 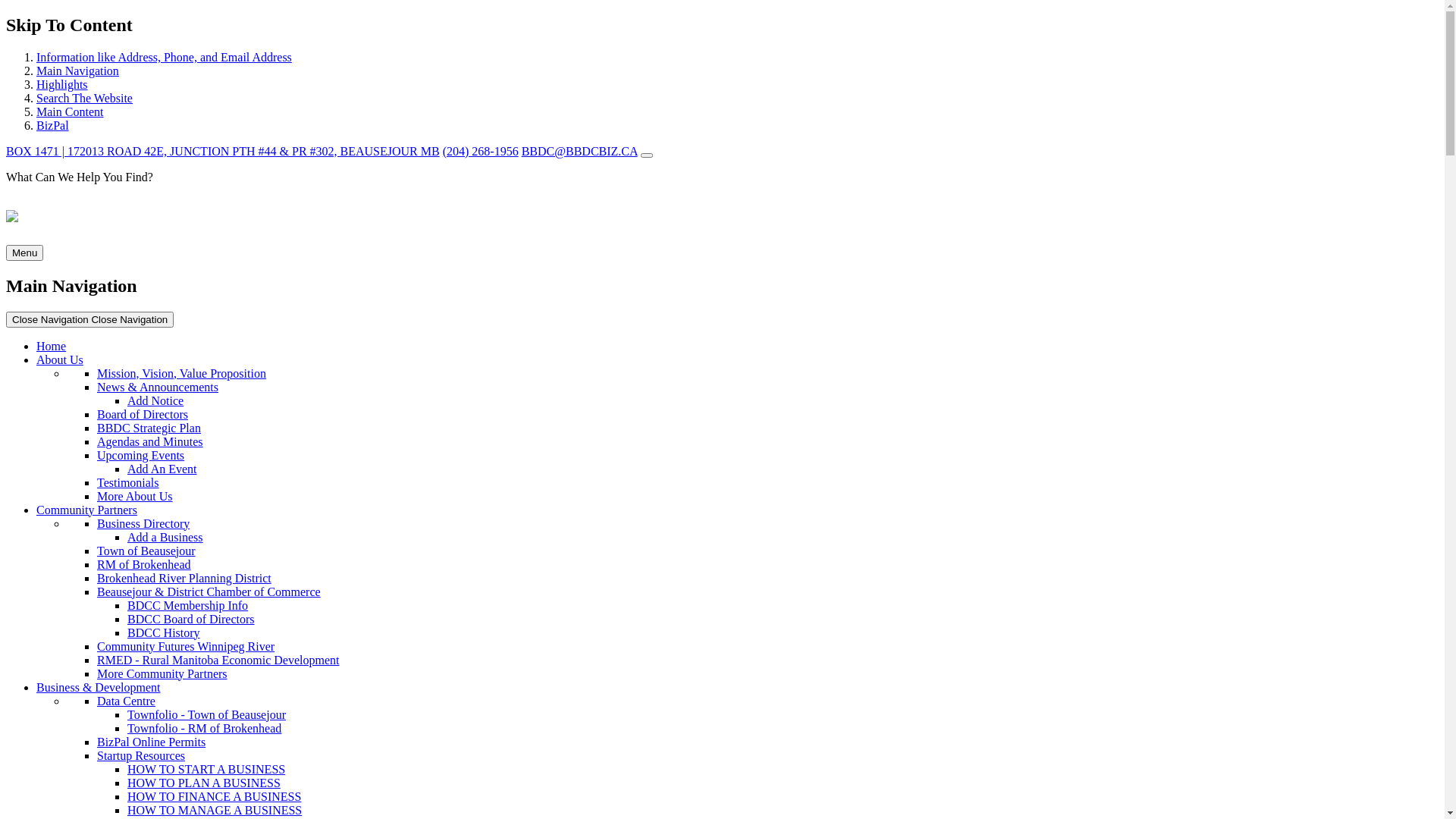 I want to click on 'About Us', so click(x=59, y=359).